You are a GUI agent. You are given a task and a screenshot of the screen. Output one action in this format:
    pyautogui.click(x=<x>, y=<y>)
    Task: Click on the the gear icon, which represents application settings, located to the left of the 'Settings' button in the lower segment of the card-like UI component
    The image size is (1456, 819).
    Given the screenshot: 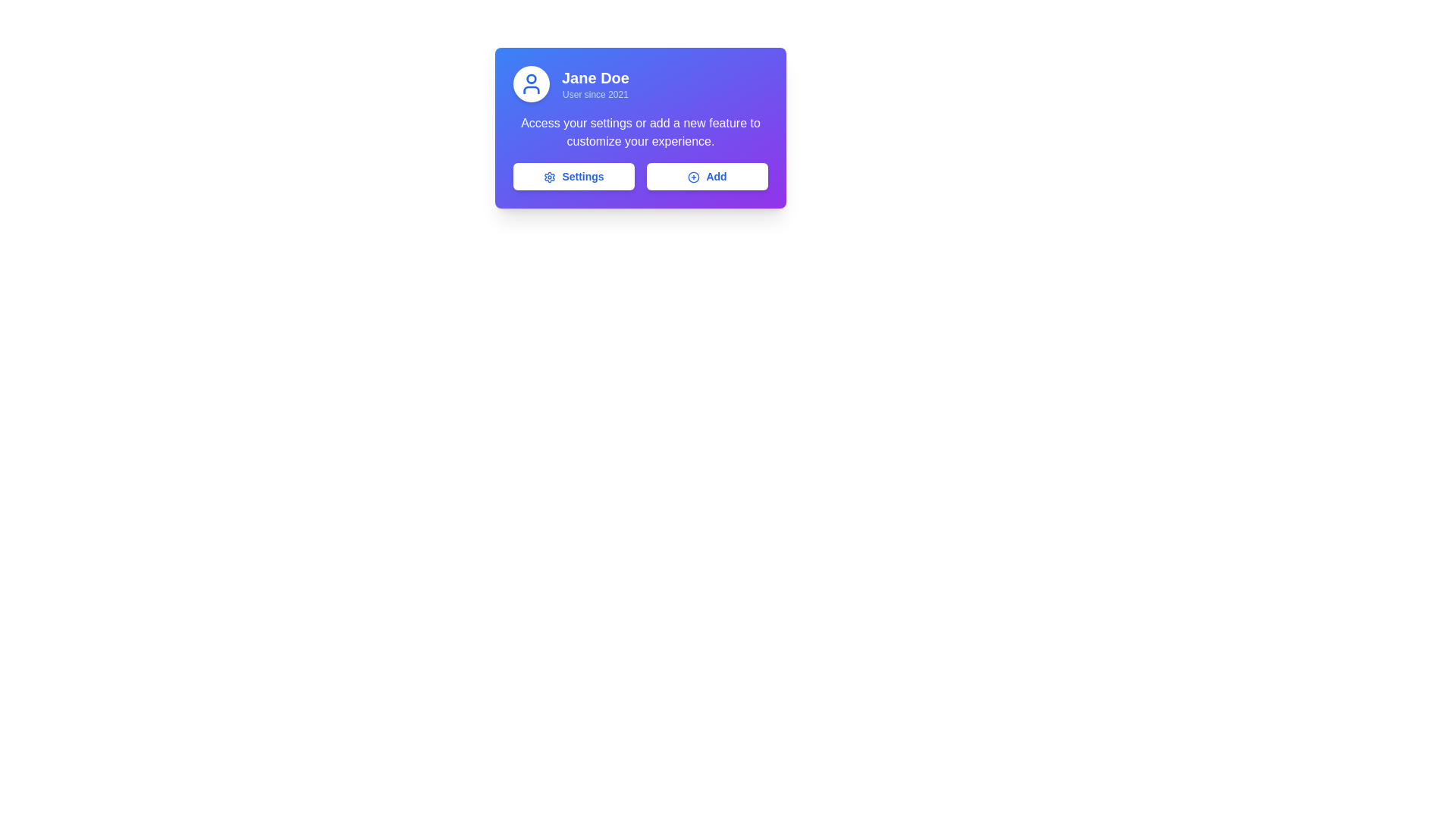 What is the action you would take?
    pyautogui.click(x=549, y=177)
    